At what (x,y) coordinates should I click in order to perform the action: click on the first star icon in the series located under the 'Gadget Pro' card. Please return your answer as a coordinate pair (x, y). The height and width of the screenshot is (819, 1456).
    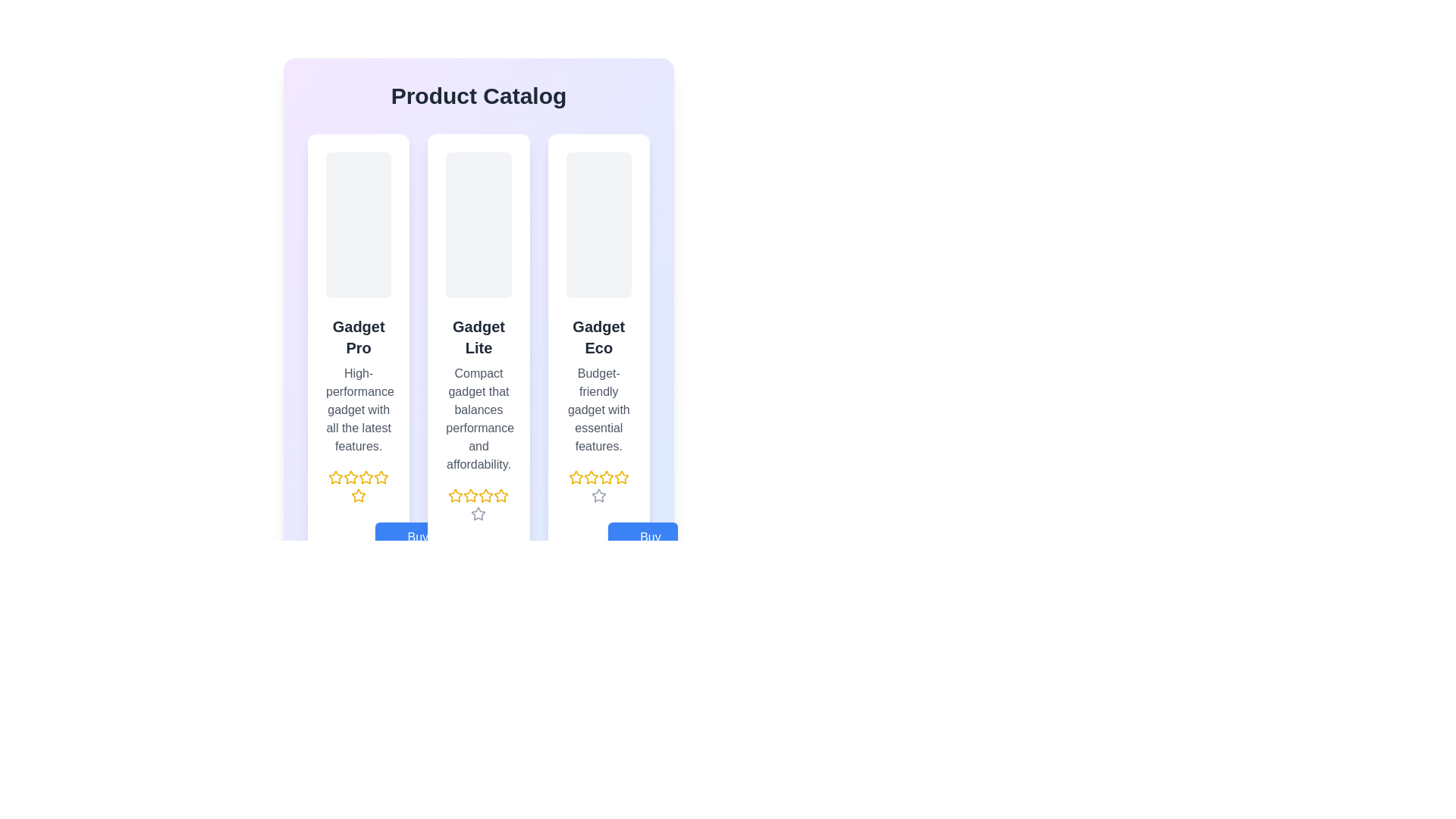
    Looking at the image, I should click on (334, 475).